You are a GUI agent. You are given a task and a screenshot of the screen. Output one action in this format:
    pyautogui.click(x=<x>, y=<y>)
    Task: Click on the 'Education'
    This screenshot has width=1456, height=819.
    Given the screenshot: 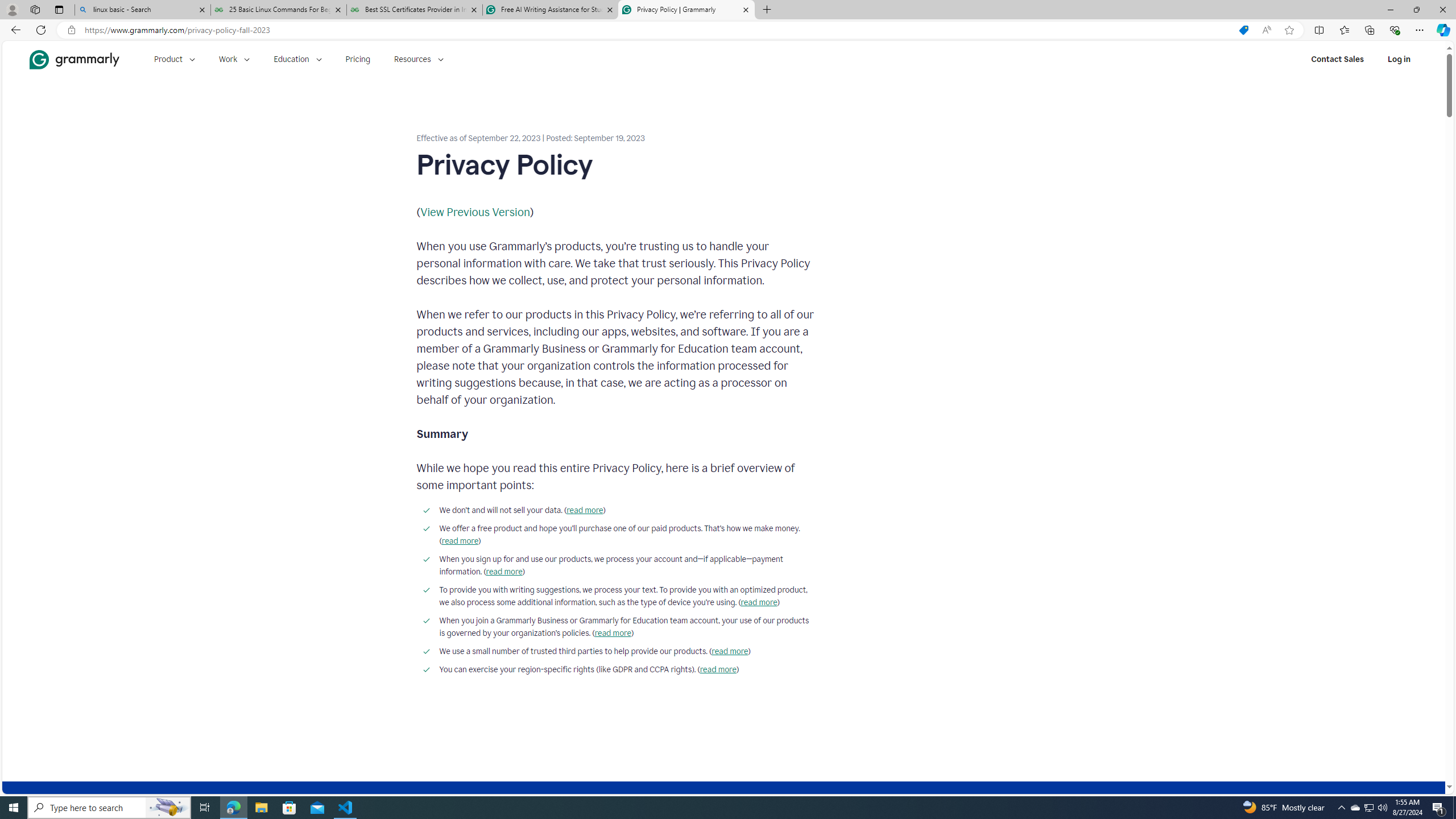 What is the action you would take?
    pyautogui.click(x=297, y=59)
    